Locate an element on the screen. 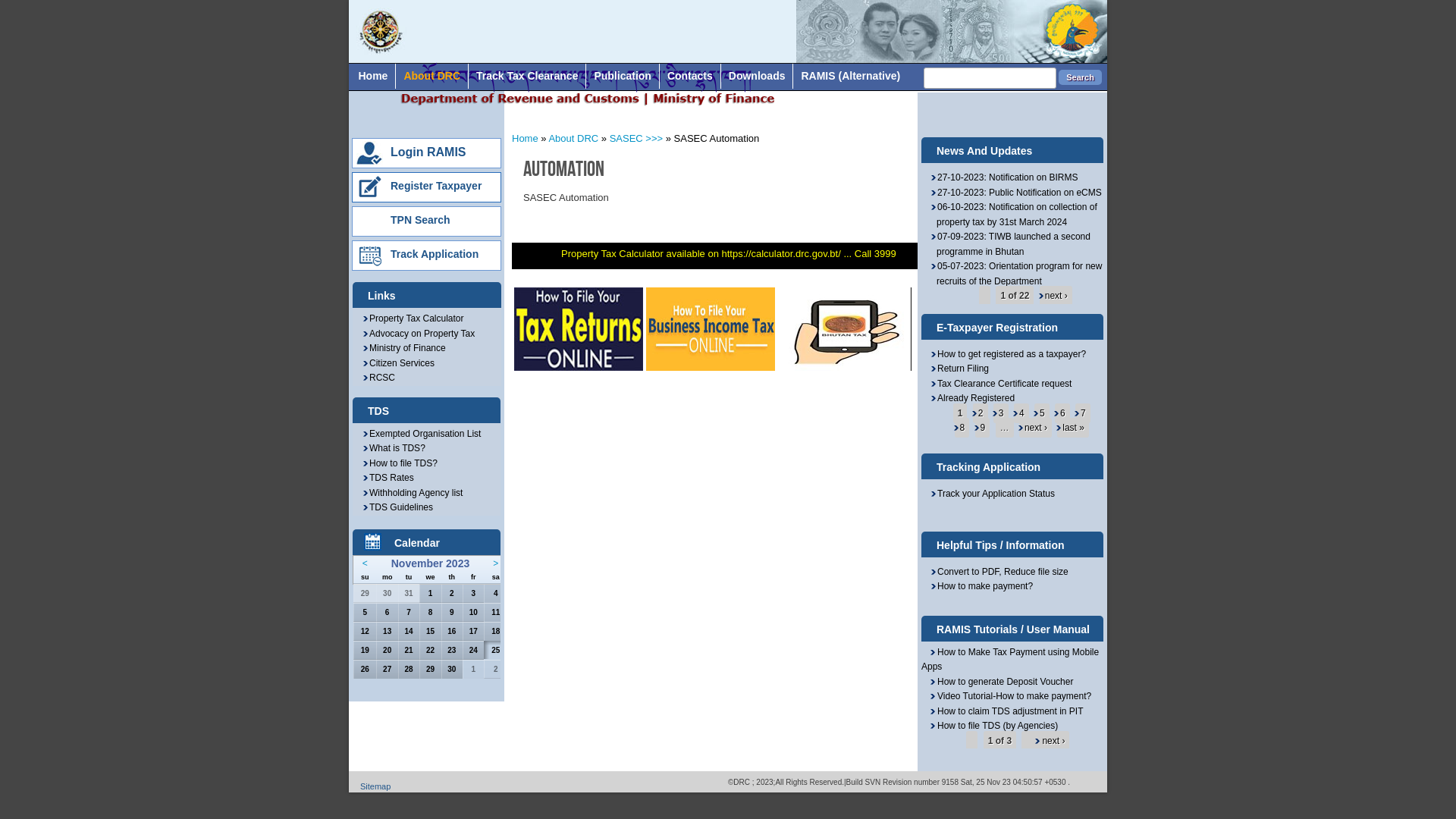  'How to get registered as a taxpayer?' is located at coordinates (1008, 353).